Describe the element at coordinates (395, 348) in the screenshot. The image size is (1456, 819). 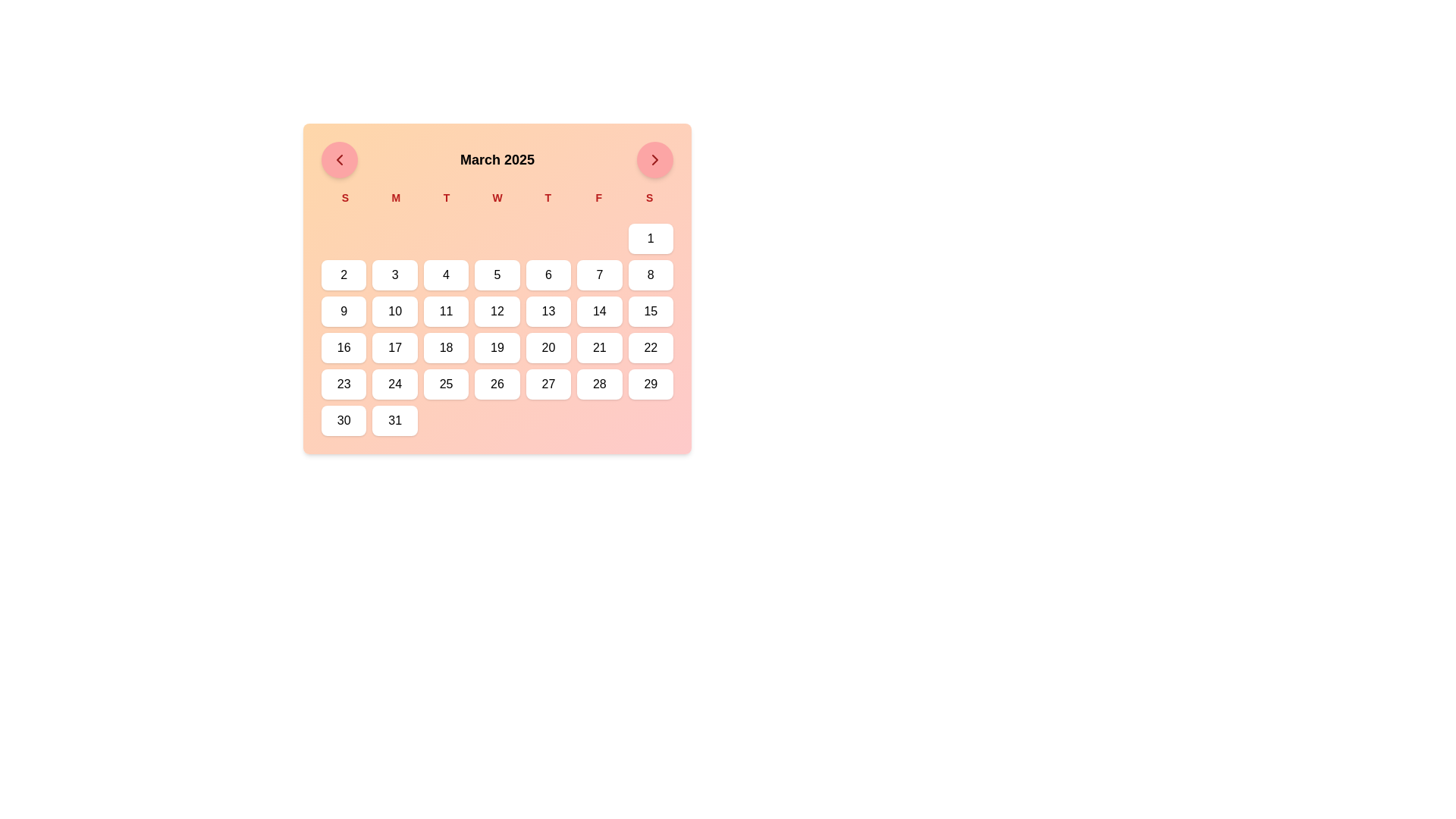
I see `the square-shaped button with a white background and the text '17' centered in black` at that location.